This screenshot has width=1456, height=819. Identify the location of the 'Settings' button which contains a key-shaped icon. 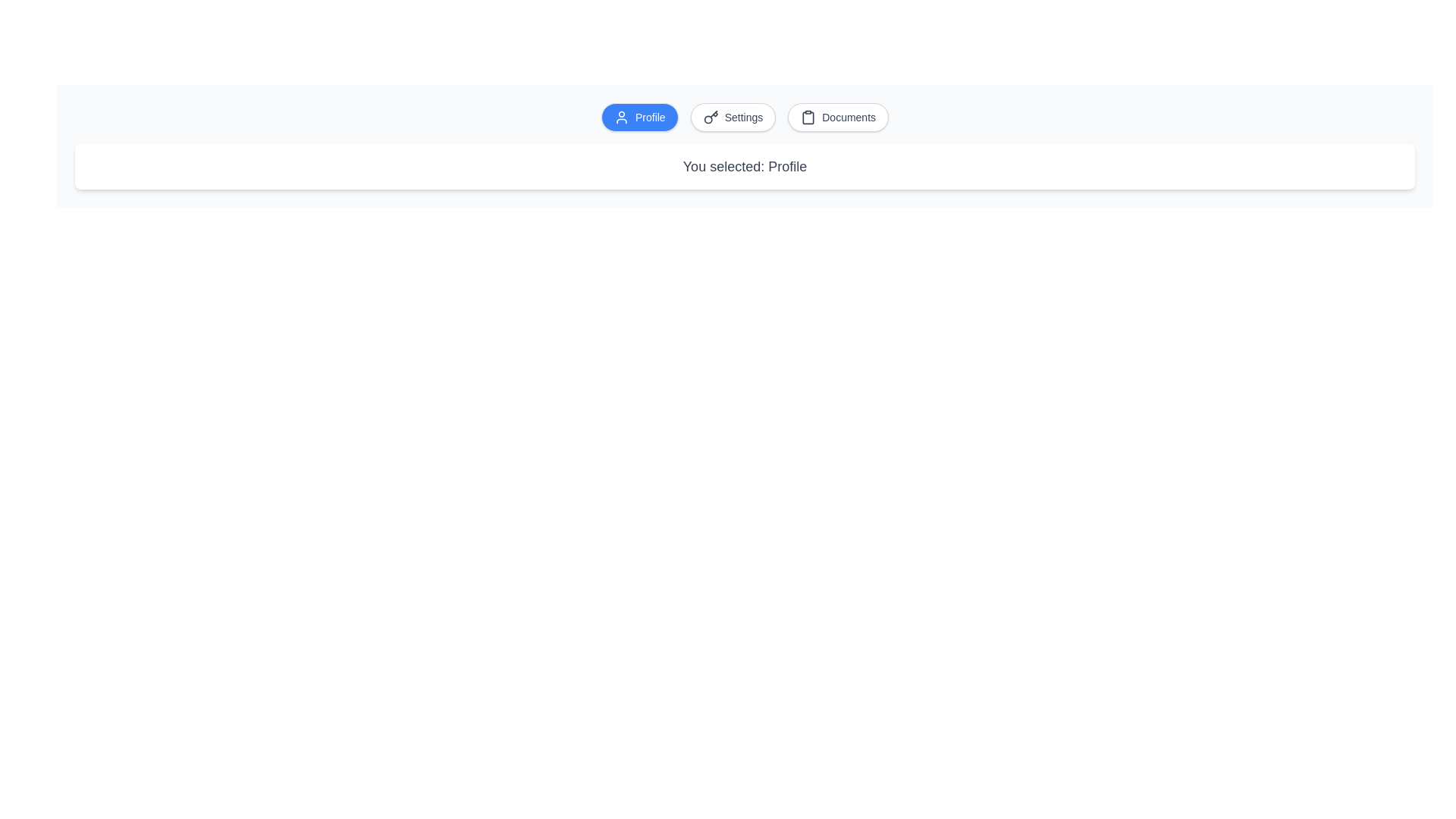
(710, 116).